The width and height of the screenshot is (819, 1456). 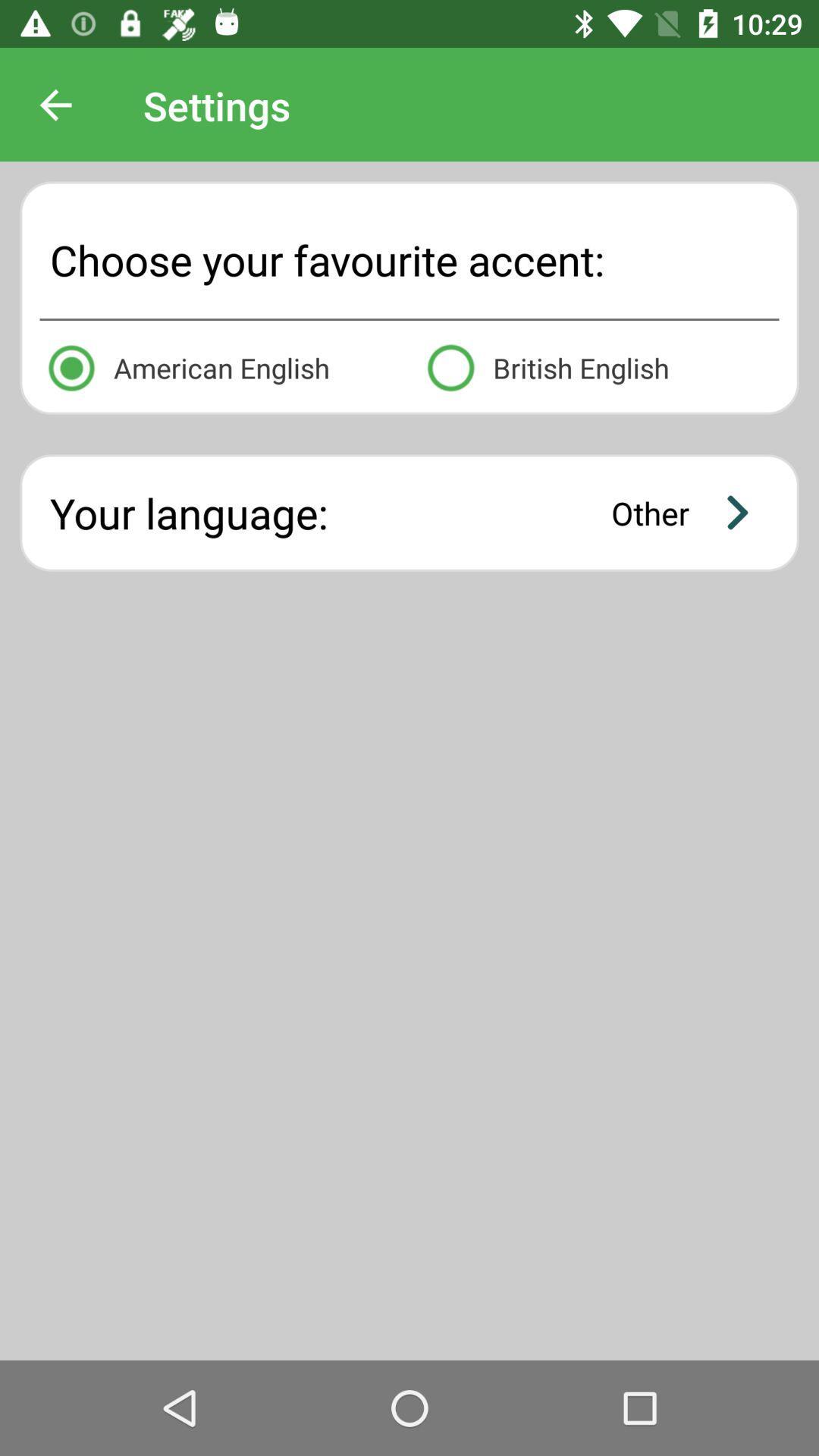 What do you see at coordinates (598, 365) in the screenshot?
I see `british english` at bounding box center [598, 365].